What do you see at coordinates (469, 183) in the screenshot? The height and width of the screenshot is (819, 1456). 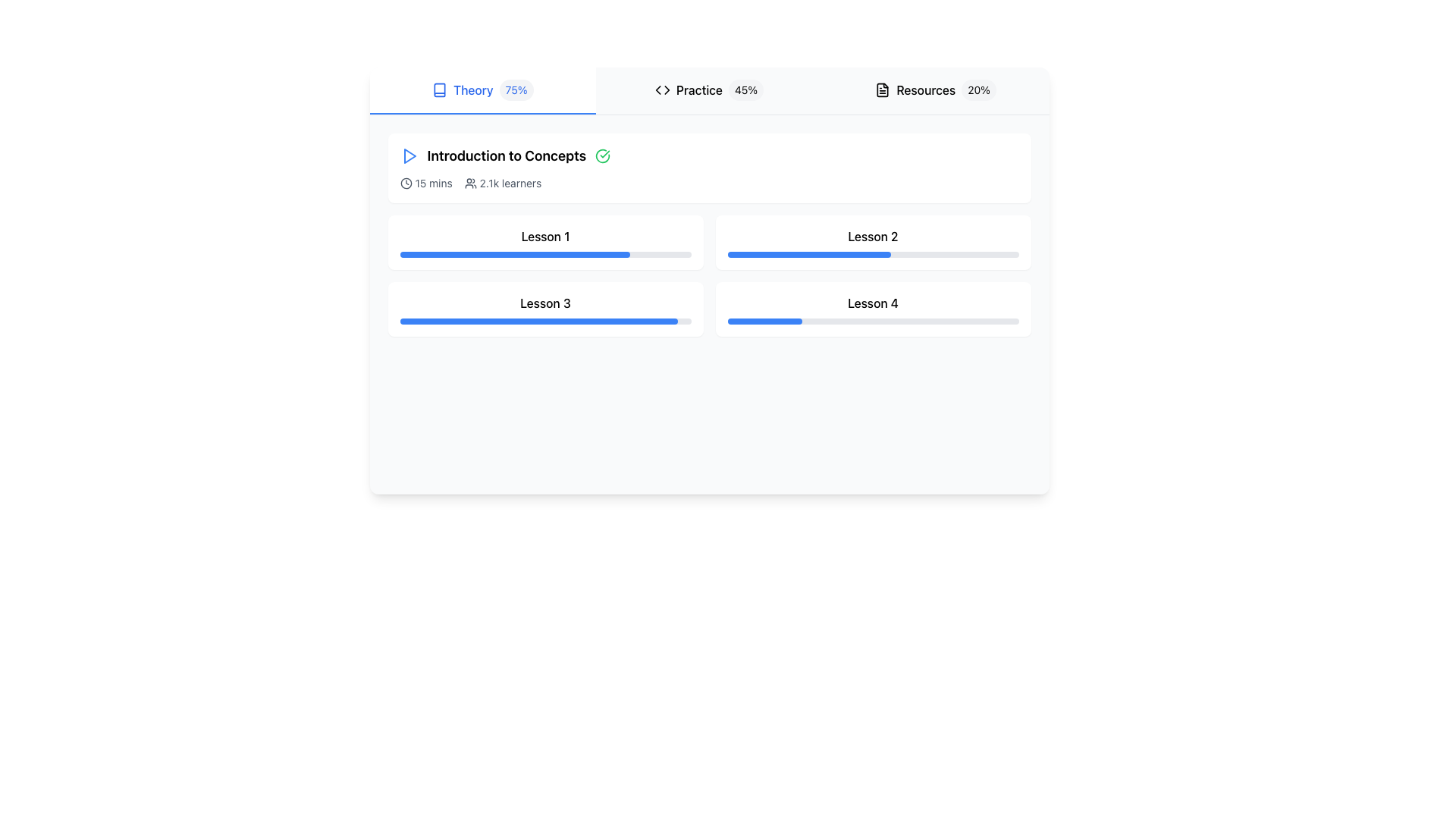 I see `the Users icon located in the header row beside the text '2.1k learners', which visually represents multiple learners` at bounding box center [469, 183].